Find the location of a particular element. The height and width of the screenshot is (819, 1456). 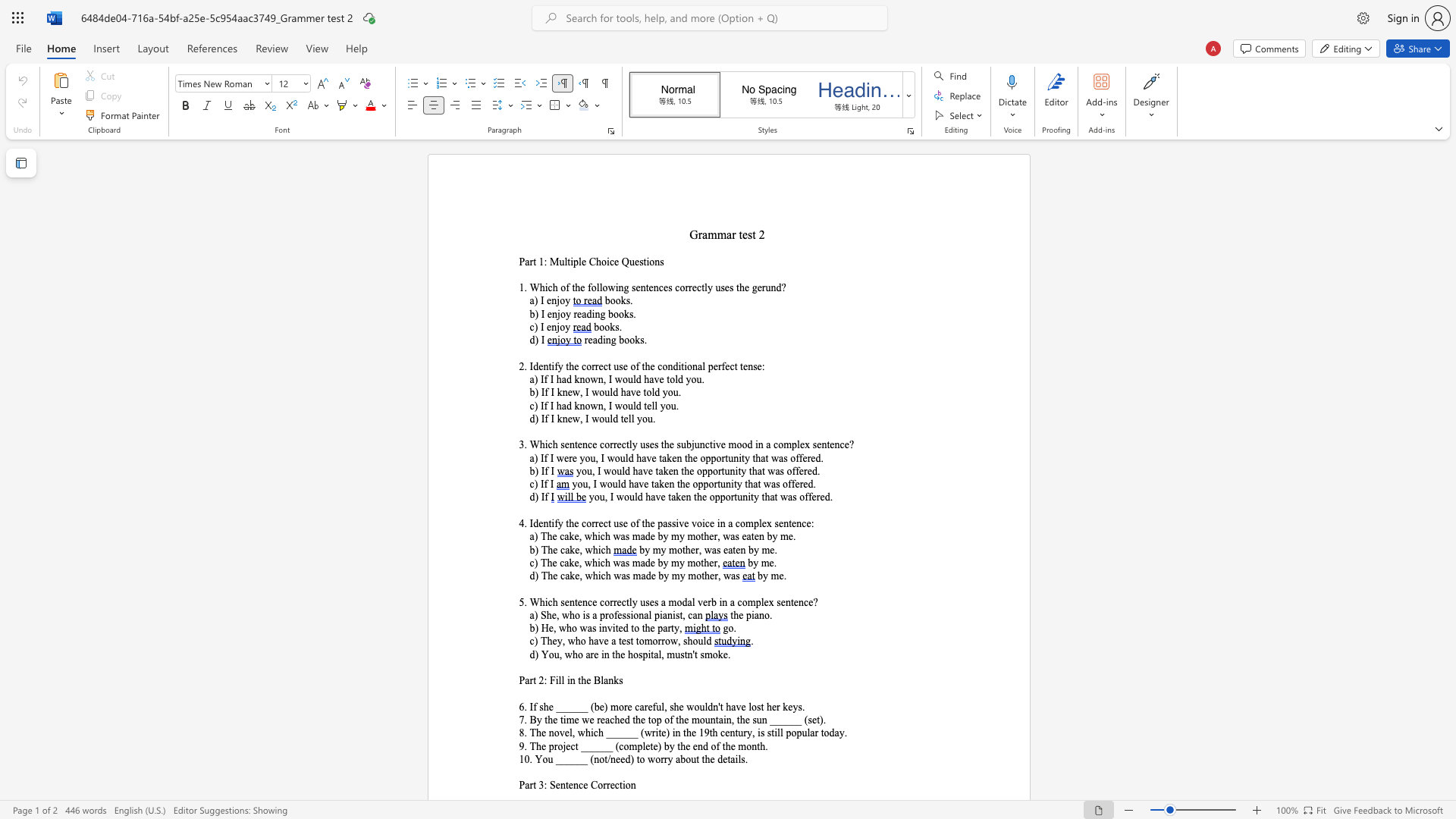

the subset text "The project ______ (compl" within the text "9. The project ______ (complete) by the end of the month." is located at coordinates (529, 745).